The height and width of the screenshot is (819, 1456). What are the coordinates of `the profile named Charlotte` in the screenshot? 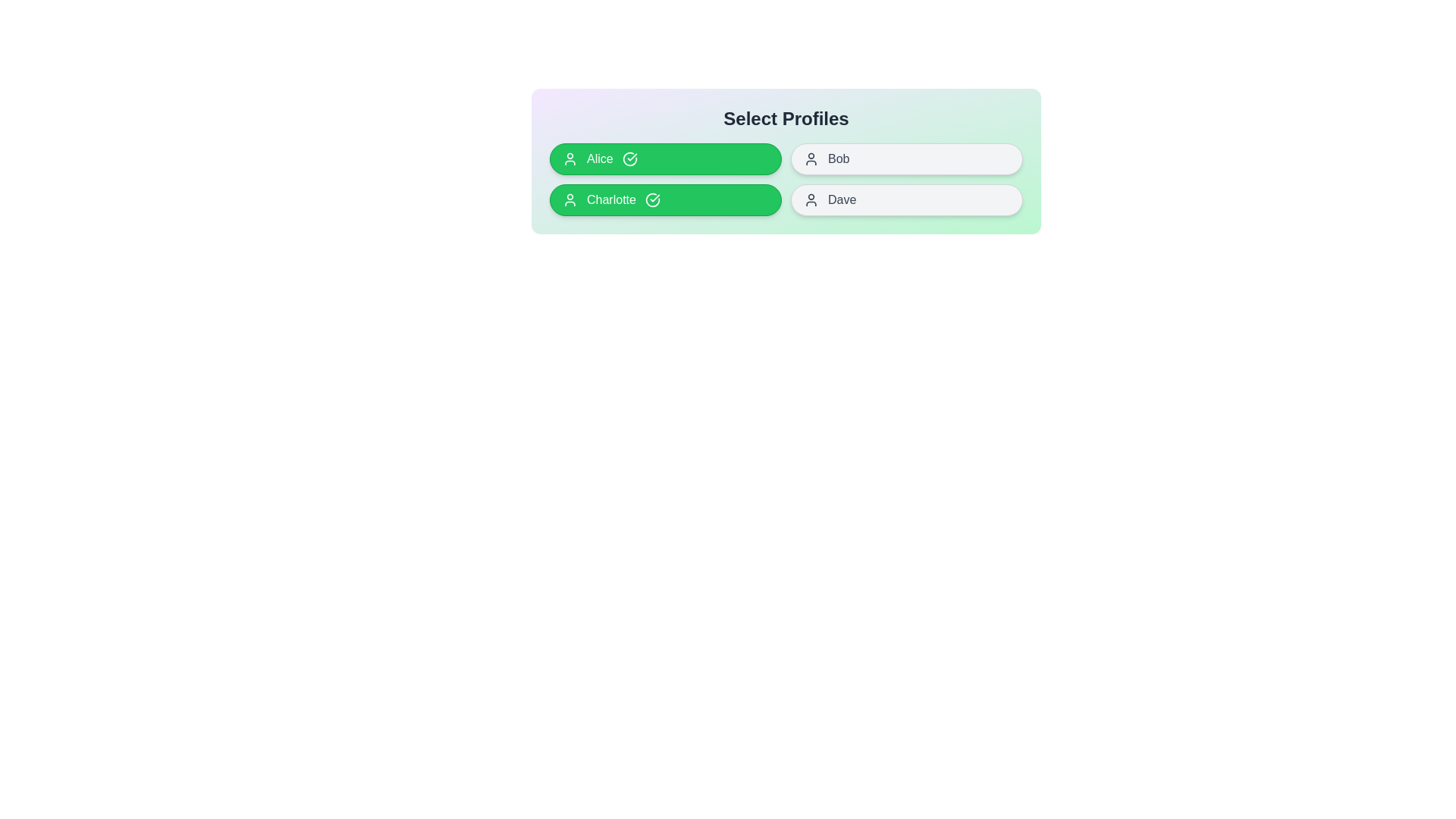 It's located at (666, 199).